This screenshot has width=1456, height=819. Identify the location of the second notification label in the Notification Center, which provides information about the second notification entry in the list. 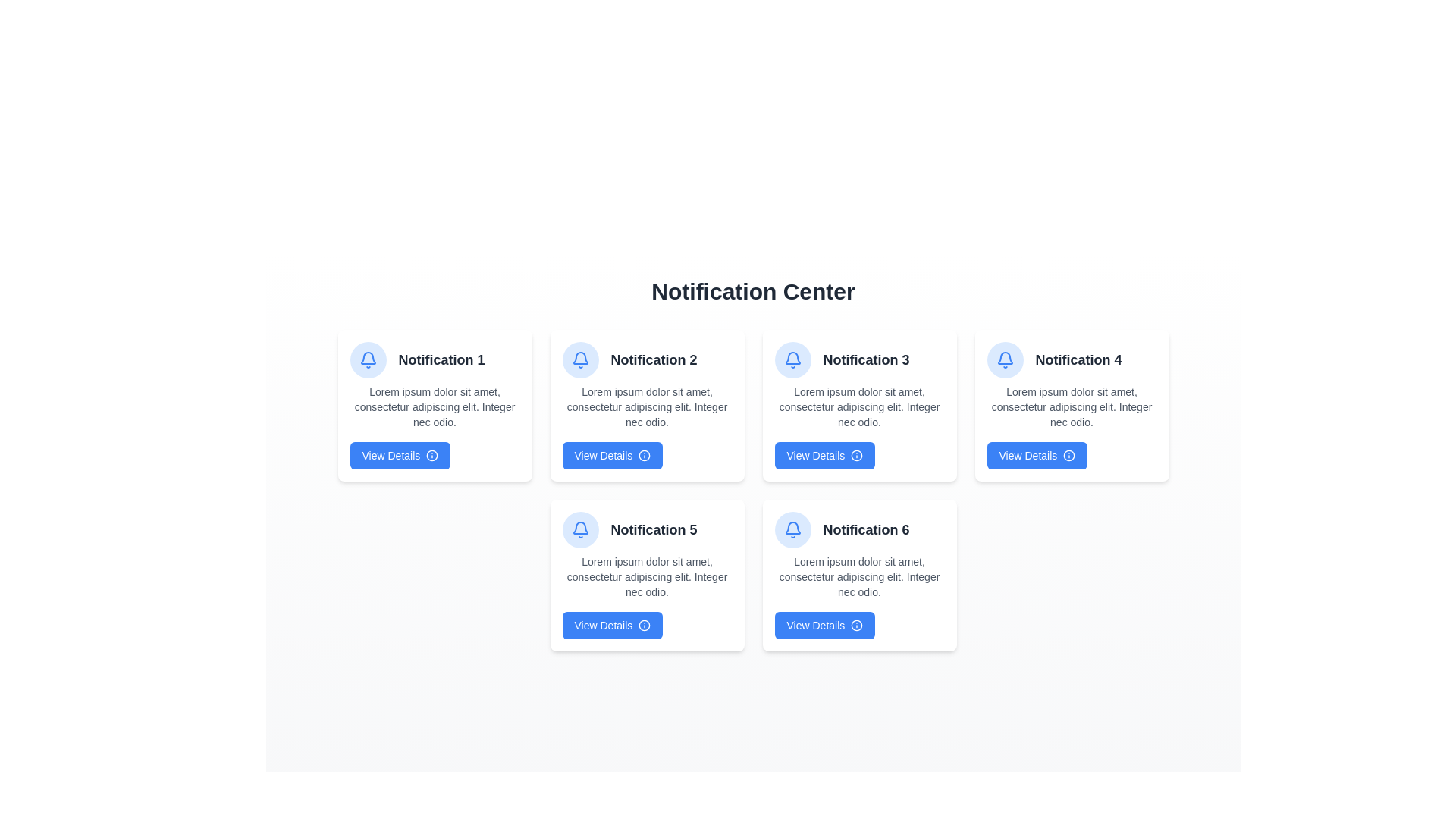
(654, 359).